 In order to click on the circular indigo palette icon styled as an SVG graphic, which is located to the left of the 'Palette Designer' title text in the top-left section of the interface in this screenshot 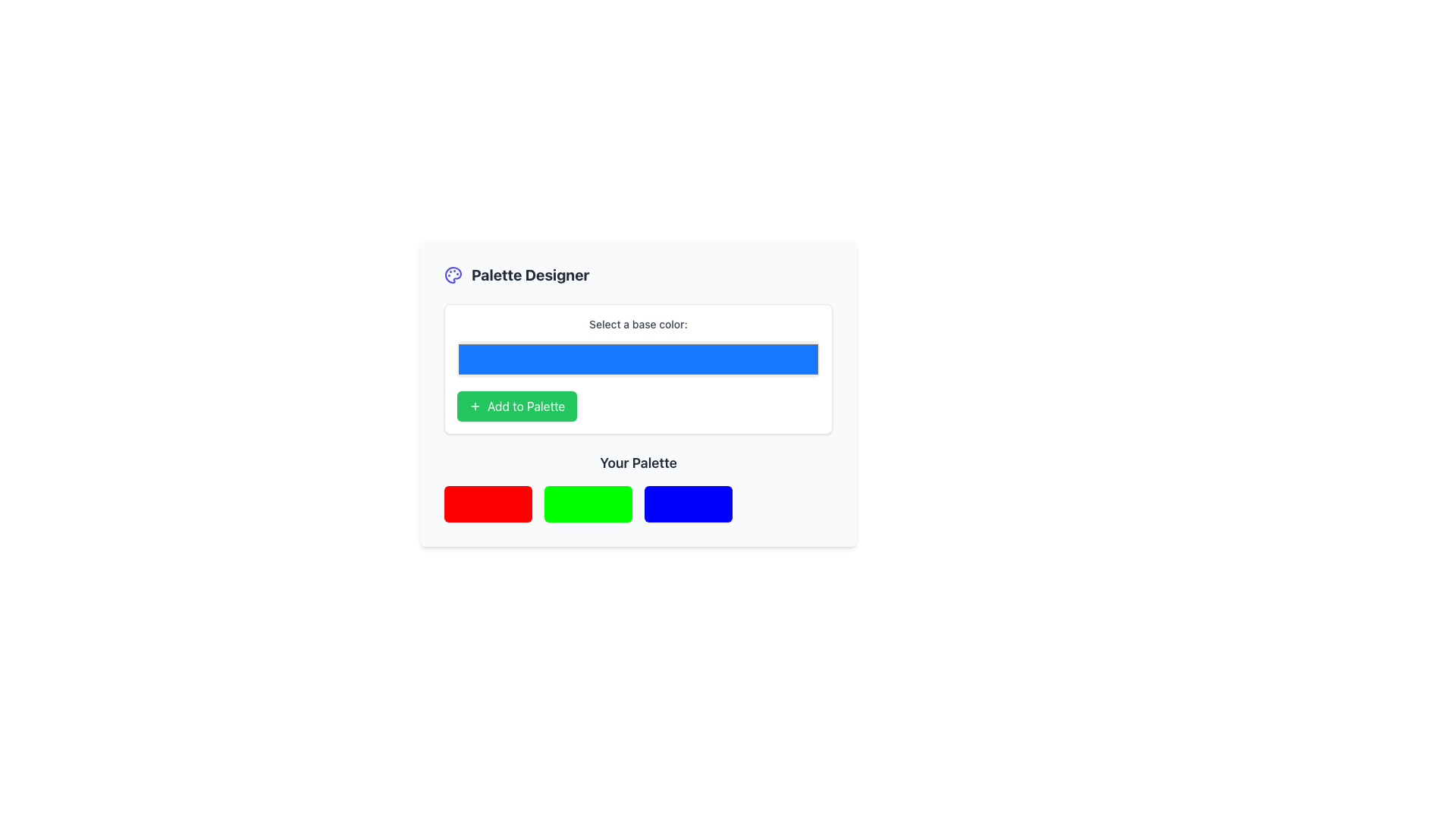, I will do `click(453, 275)`.